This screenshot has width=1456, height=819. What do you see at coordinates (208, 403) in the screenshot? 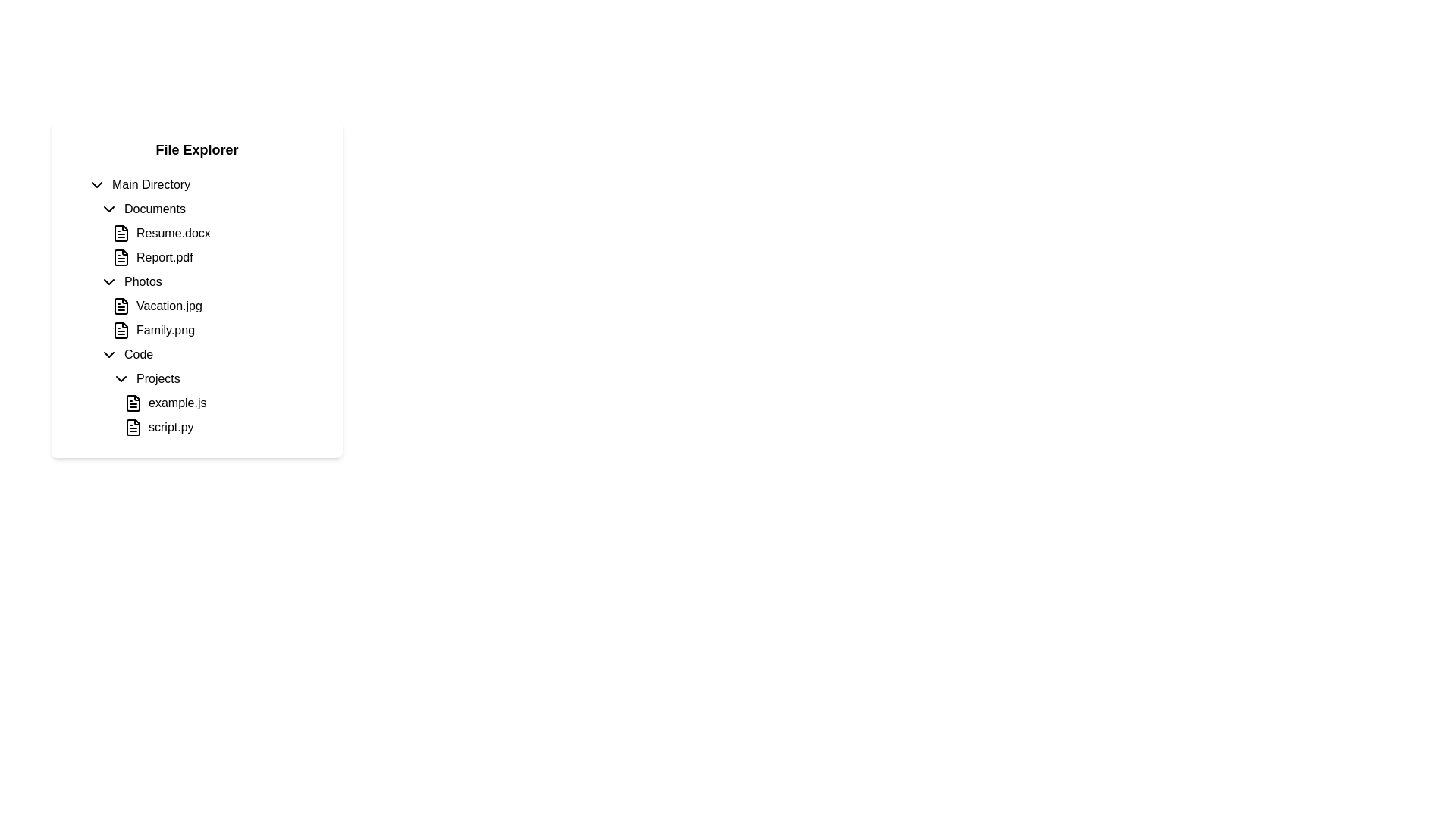
I see `the file entry named 'example.js'` at bounding box center [208, 403].